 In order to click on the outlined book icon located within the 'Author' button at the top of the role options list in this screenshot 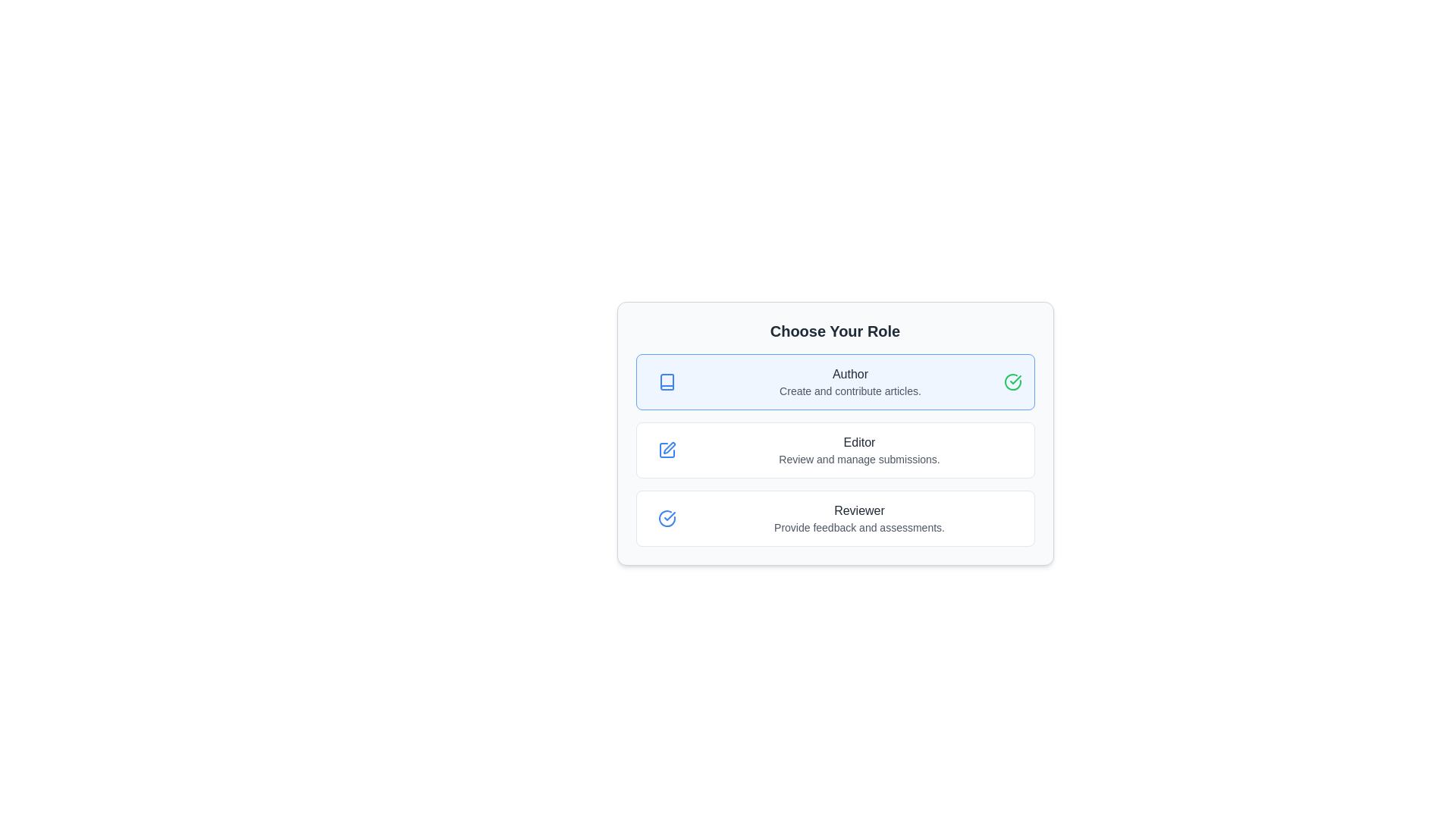, I will do `click(667, 381)`.